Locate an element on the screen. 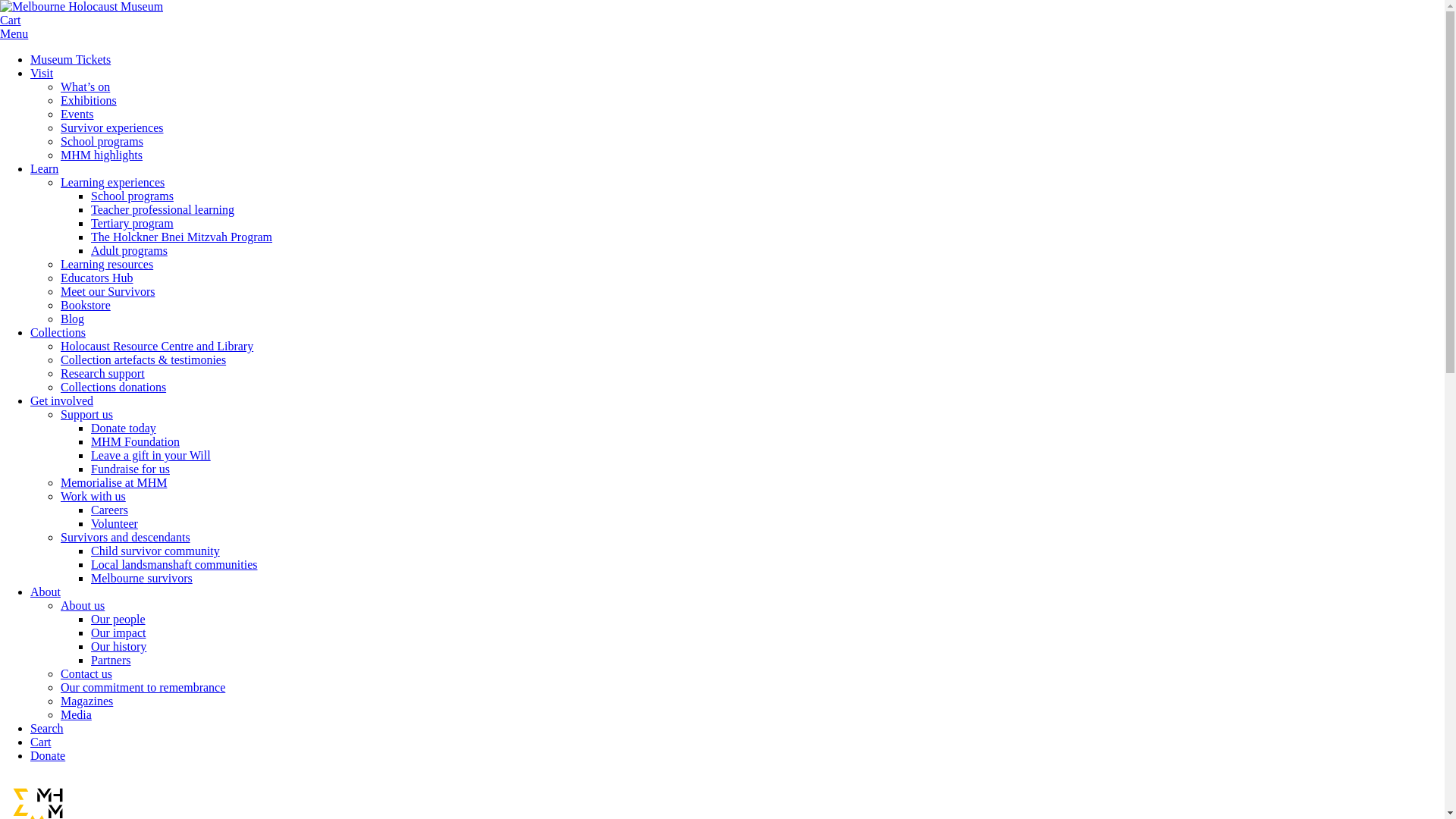  'Melbourne survivors' is located at coordinates (142, 578).